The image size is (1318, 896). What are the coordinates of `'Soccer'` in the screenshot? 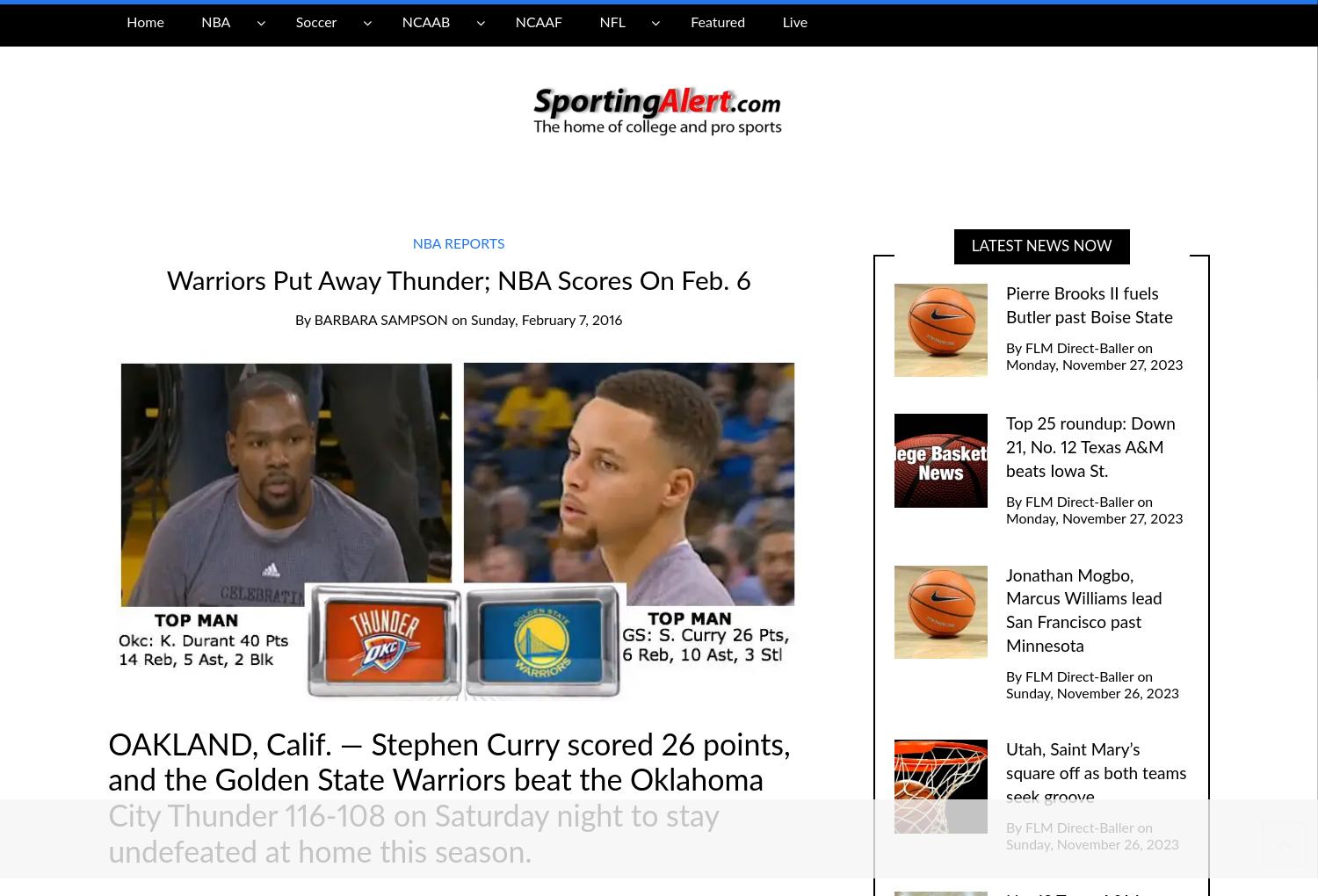 It's located at (315, 22).